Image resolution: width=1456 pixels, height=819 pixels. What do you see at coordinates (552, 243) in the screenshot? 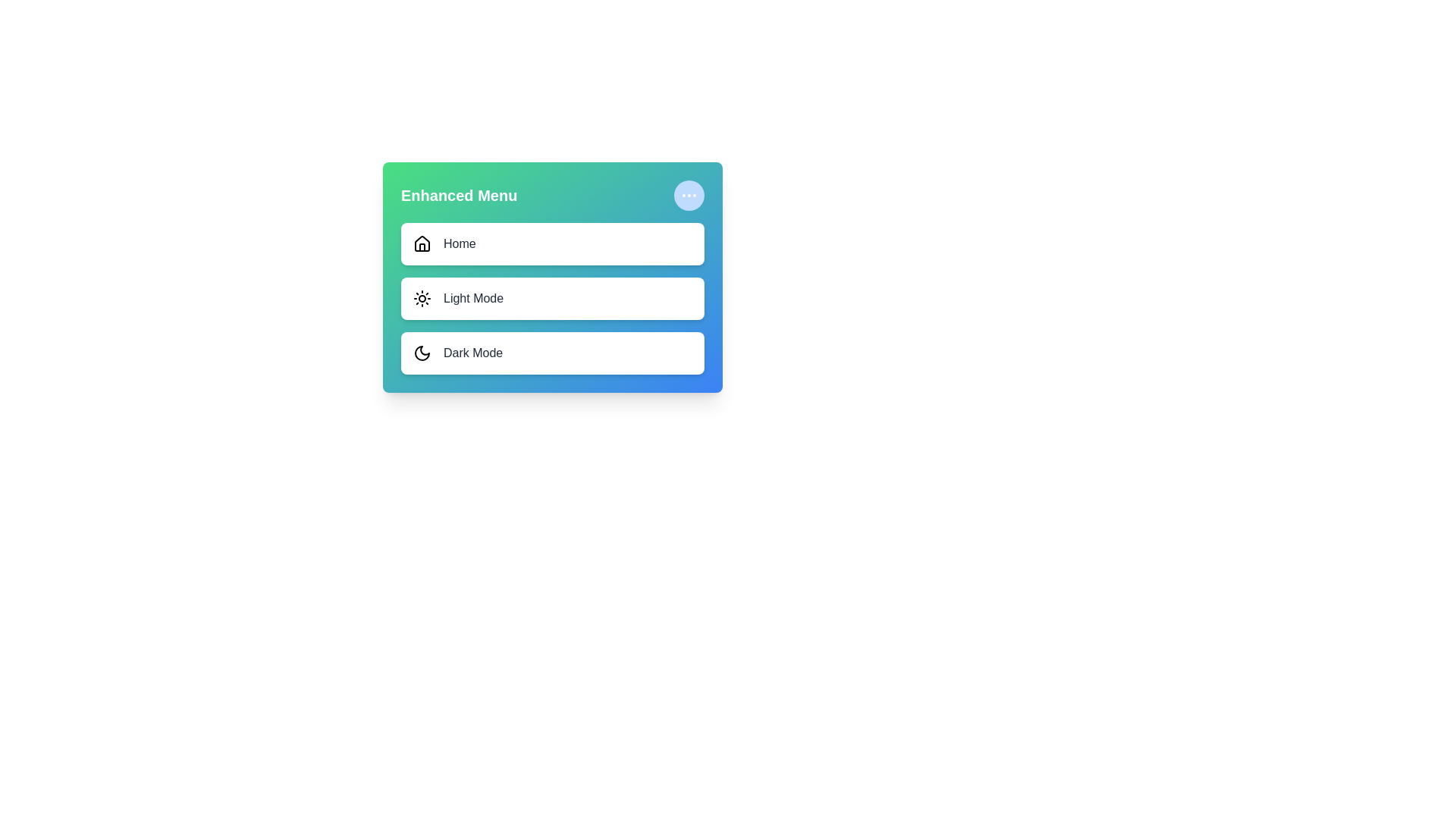
I see `the menu item labeled 'Home' to select it` at bounding box center [552, 243].